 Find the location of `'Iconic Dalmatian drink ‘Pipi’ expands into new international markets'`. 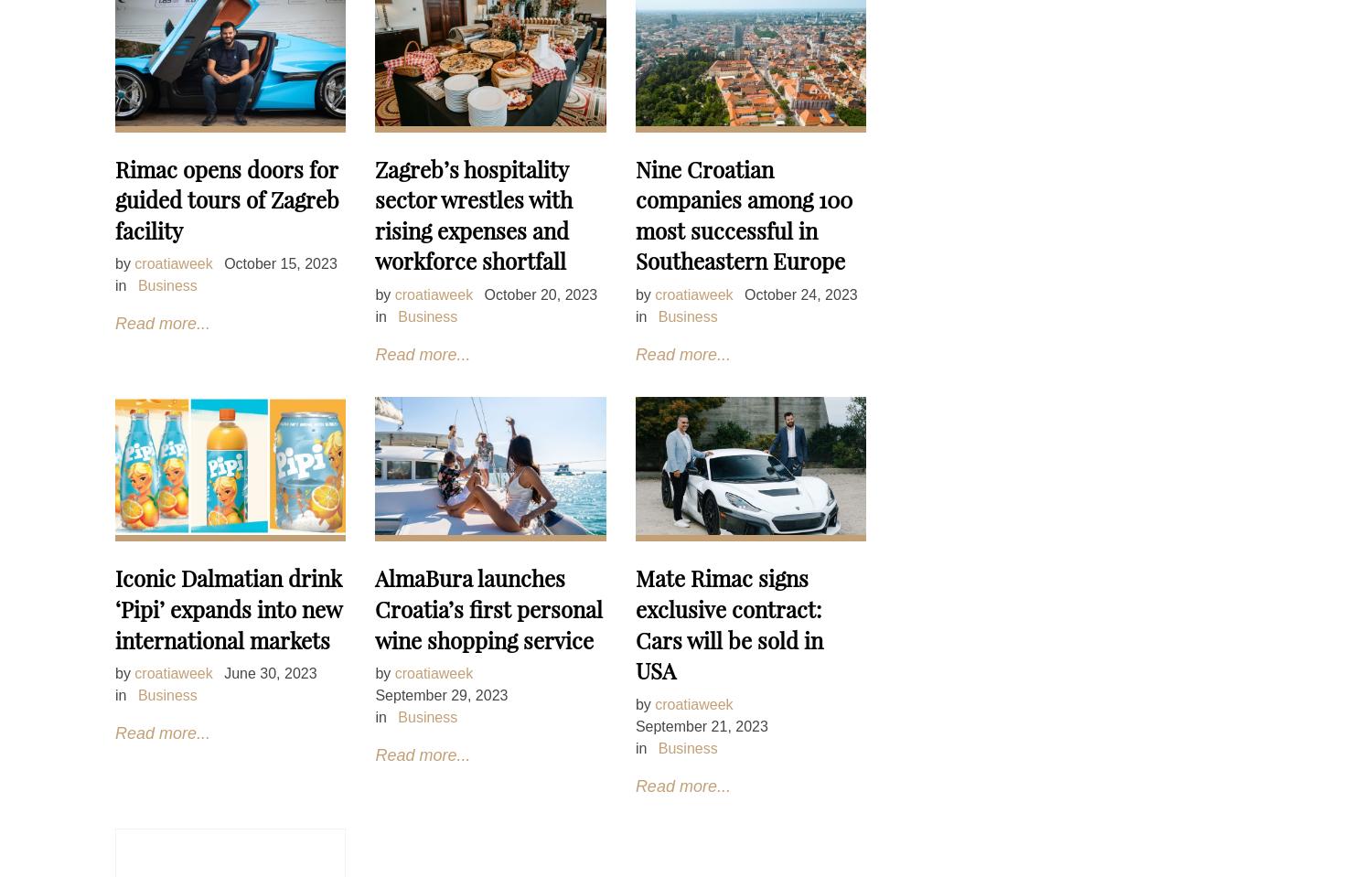

'Iconic Dalmatian drink ‘Pipi’ expands into new international markets' is located at coordinates (229, 608).